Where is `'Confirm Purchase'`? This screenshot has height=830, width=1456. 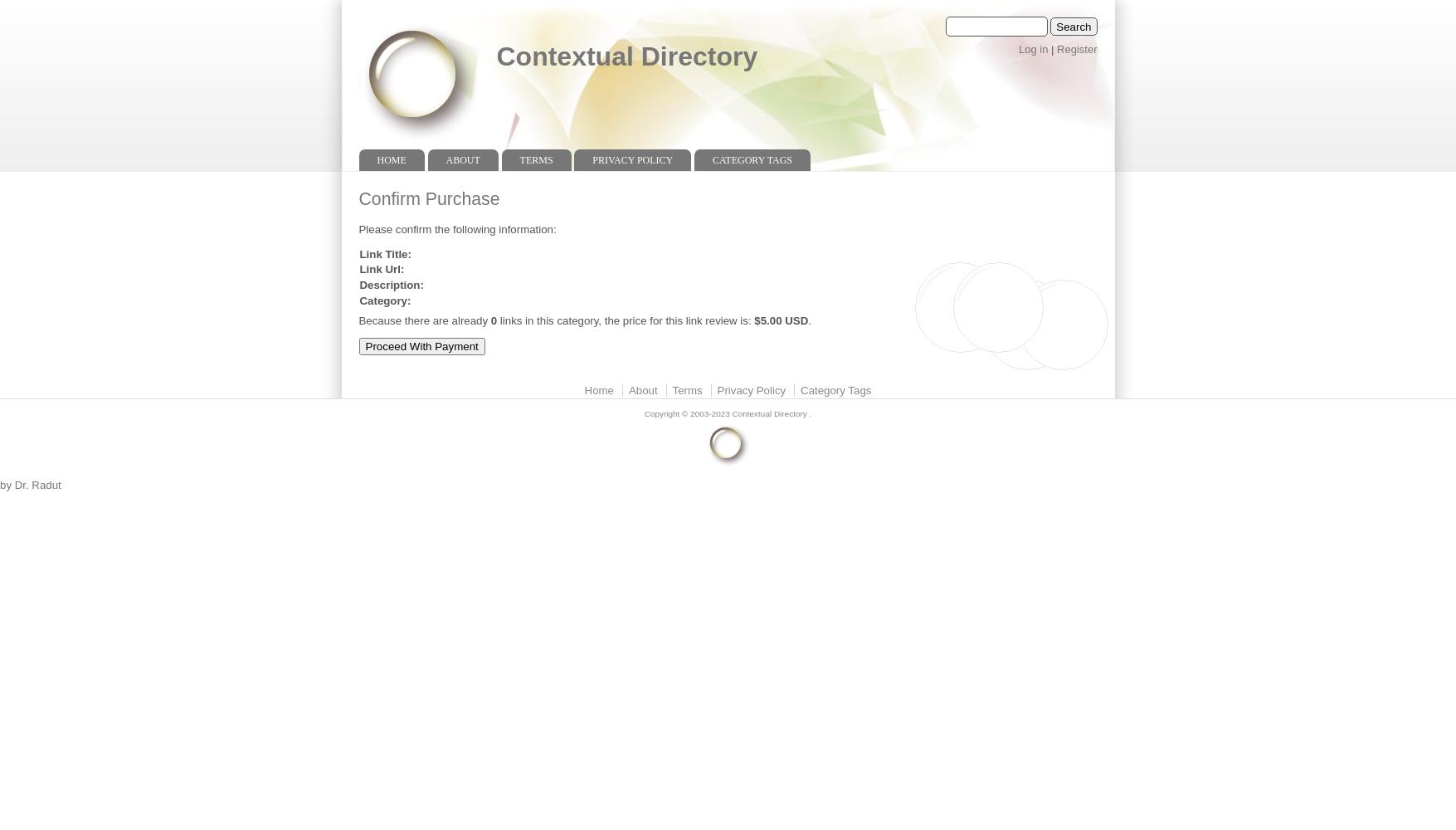
'Confirm Purchase' is located at coordinates (428, 198).